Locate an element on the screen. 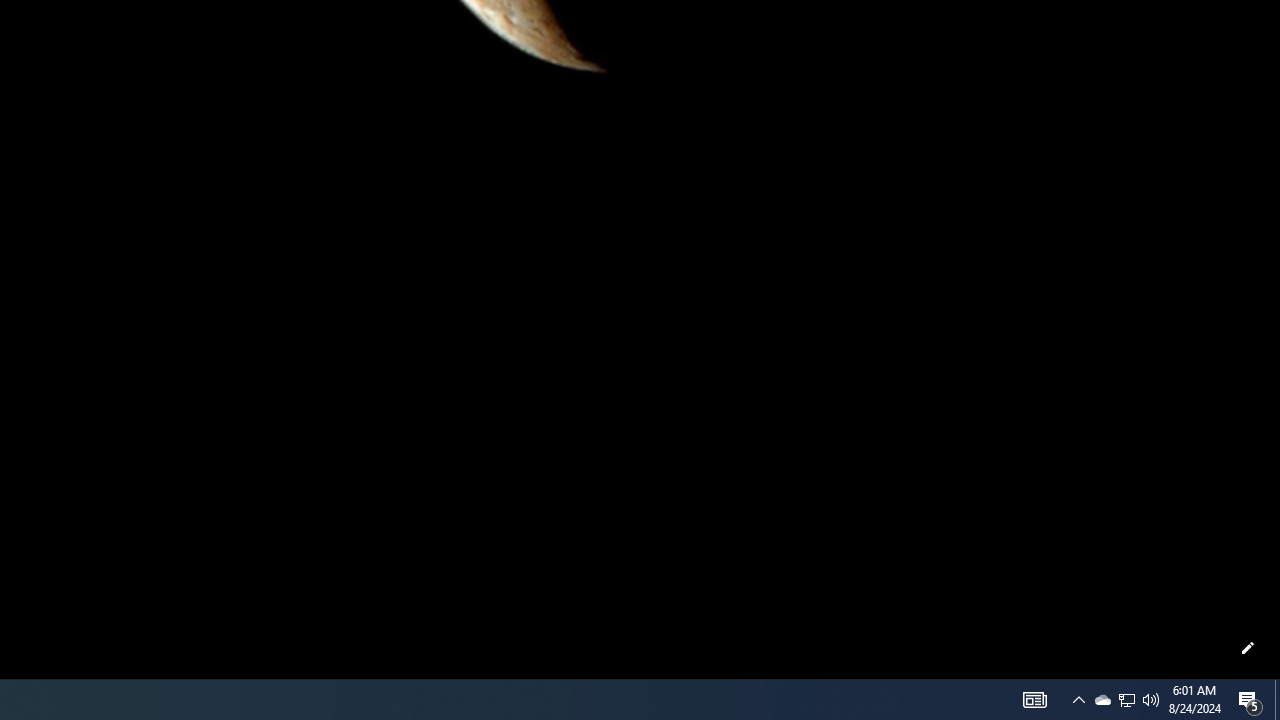  'Customize this page' is located at coordinates (1247, 648).